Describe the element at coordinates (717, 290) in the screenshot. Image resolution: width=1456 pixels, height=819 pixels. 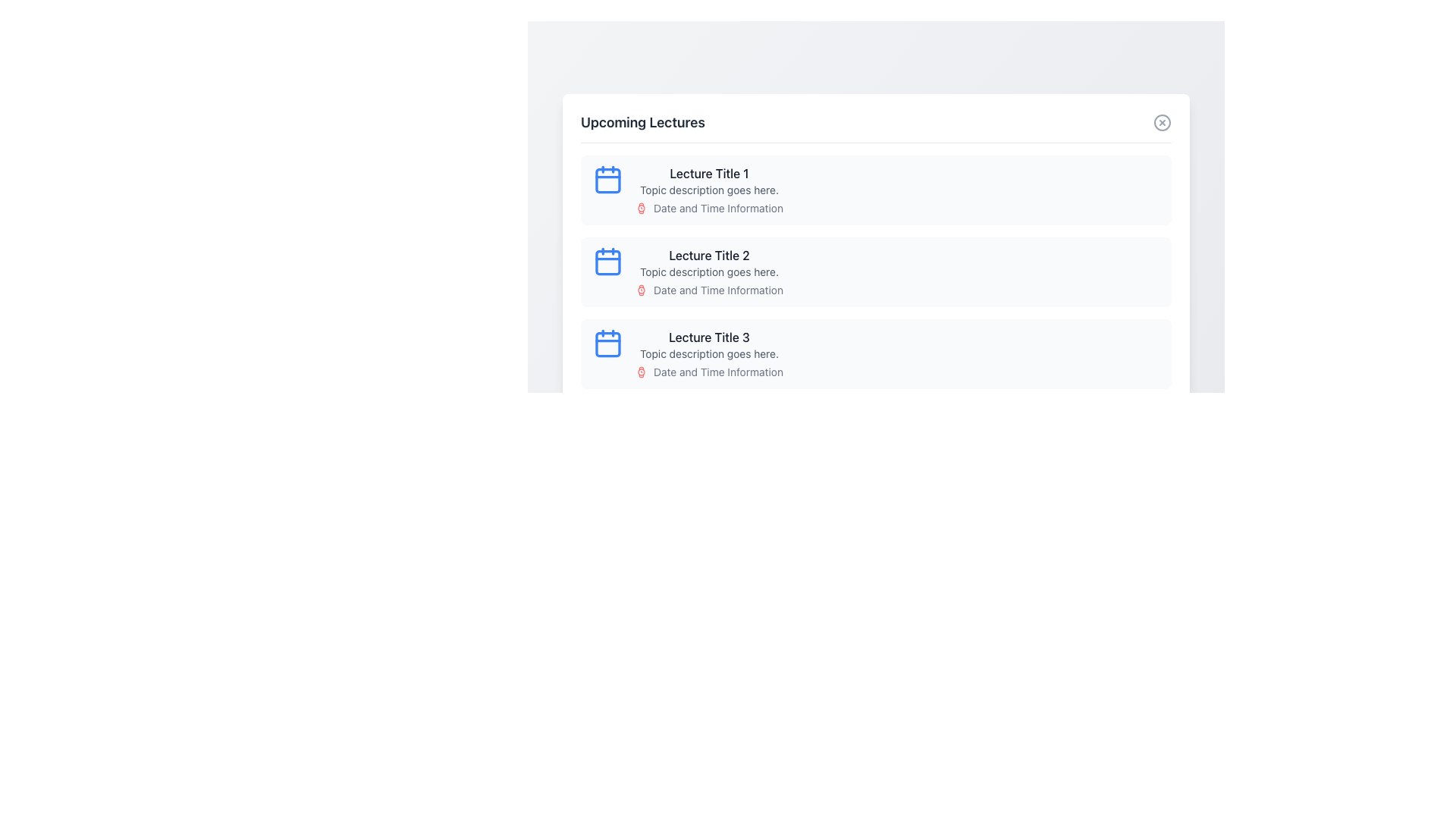
I see `text content of the label providing additional information about the date and time context associated with 'Lecture Title 2', which is positioned below the title and topic description, and horizontally aligned with a red pin icon` at that location.